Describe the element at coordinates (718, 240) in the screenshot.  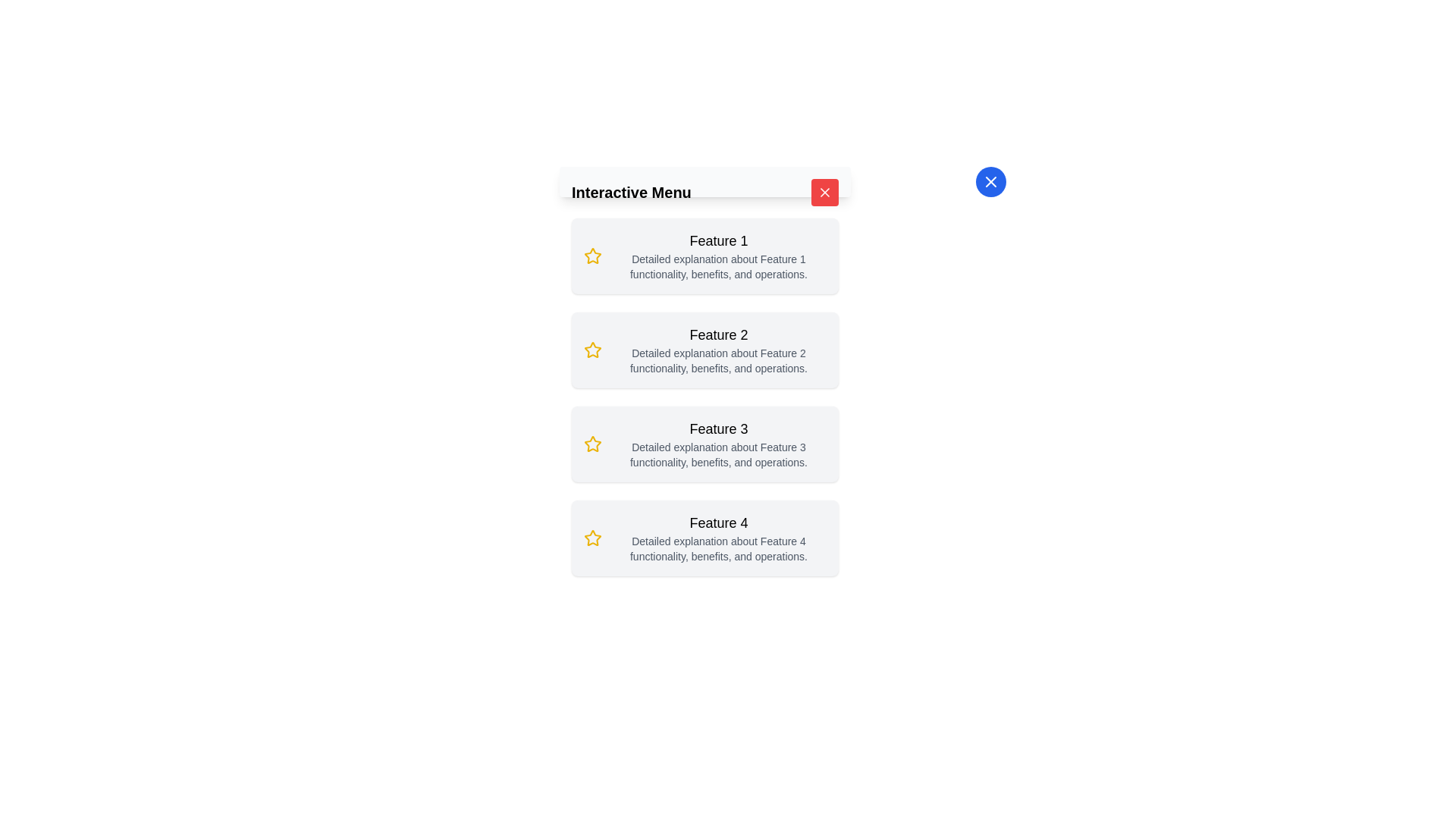
I see `text content of the text label displaying 'Feature 1', which is the first line in the vertically listed group of feature descriptions` at that location.